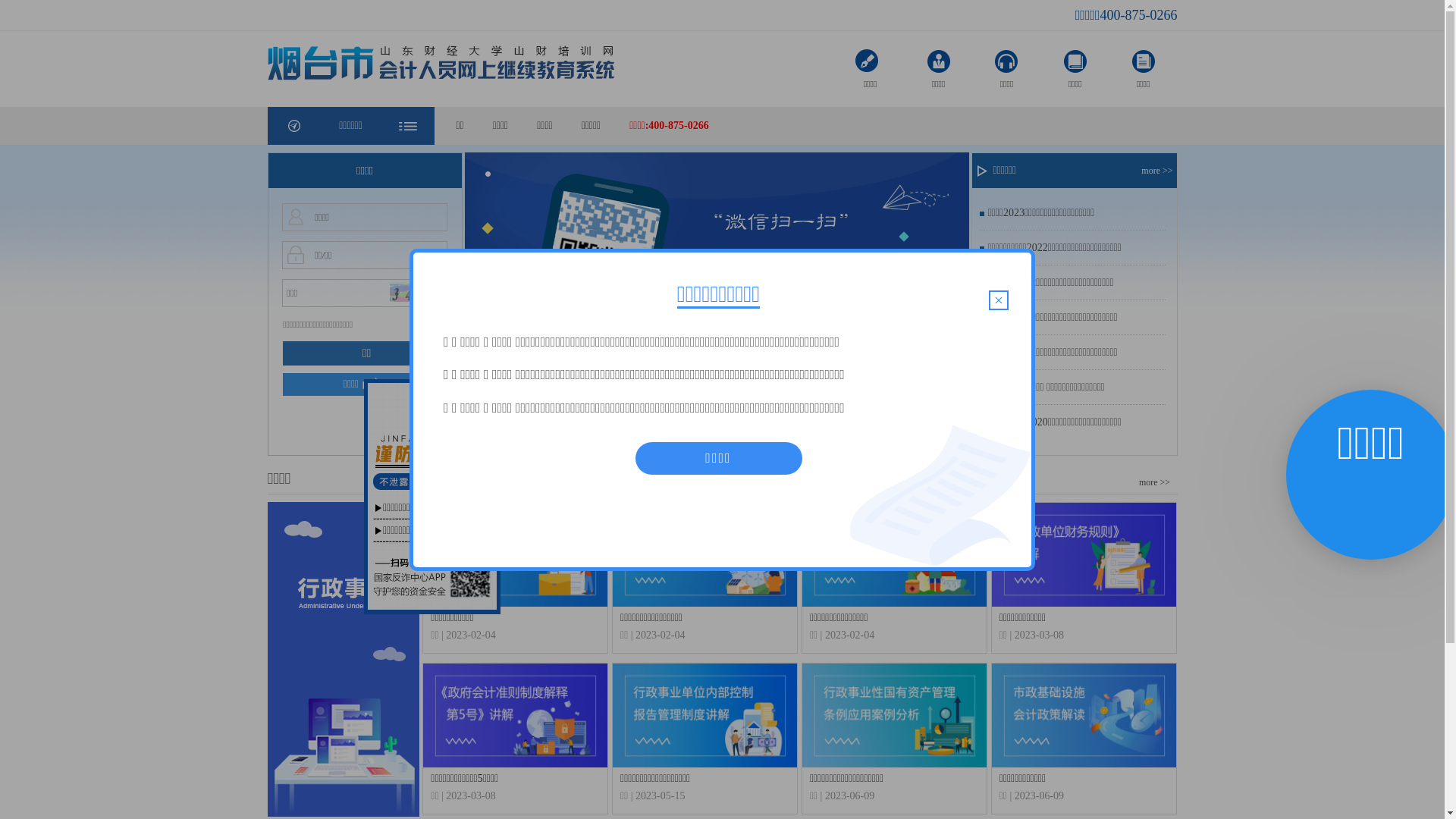  Describe the element at coordinates (1157, 170) in the screenshot. I see `'more >>'` at that location.